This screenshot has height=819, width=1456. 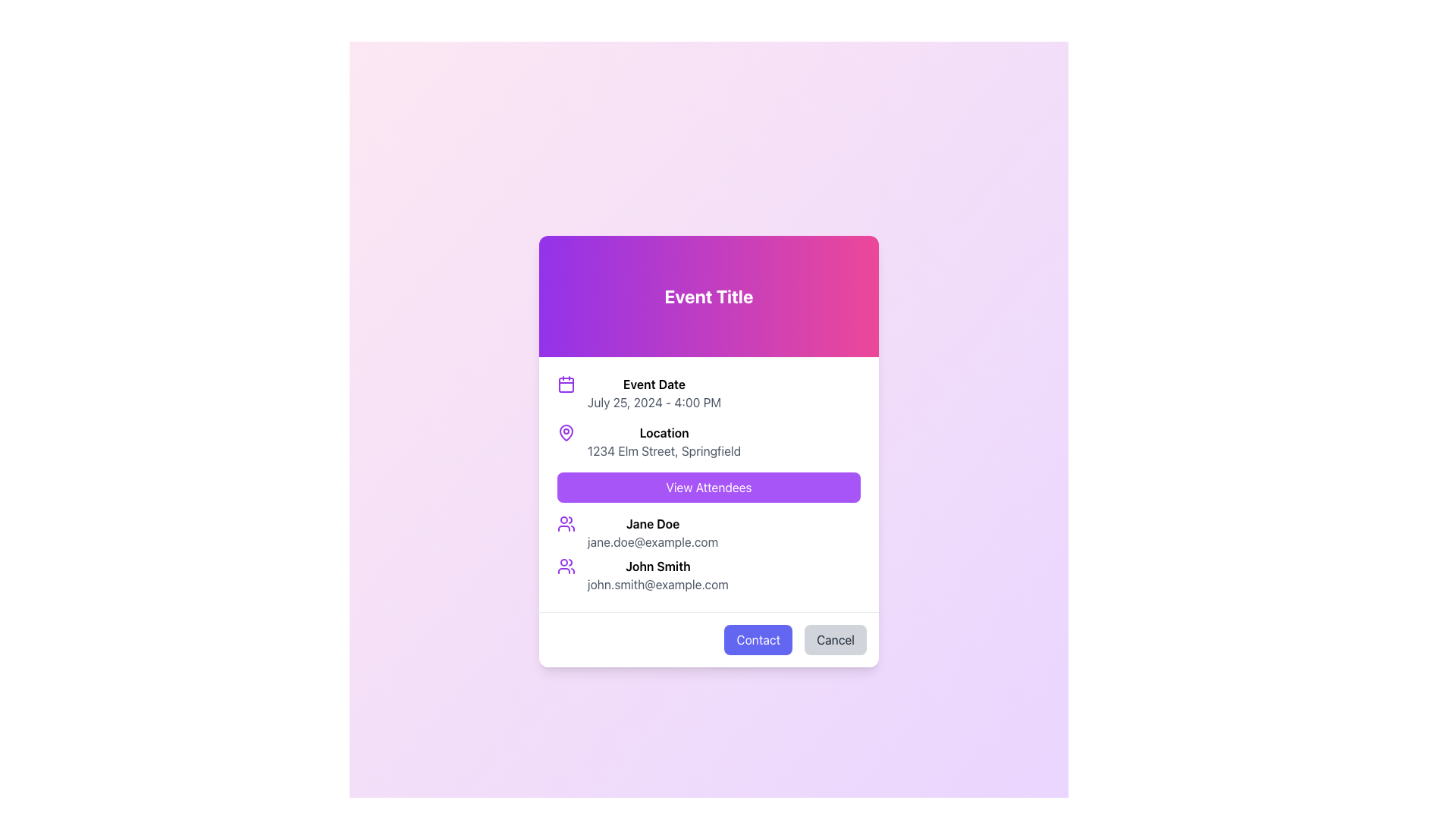 I want to click on the static text displaying the email address 'jane.doe@example.com', which is styled in gray and located below the name 'Jane Doe' in the dialog box, so click(x=653, y=541).